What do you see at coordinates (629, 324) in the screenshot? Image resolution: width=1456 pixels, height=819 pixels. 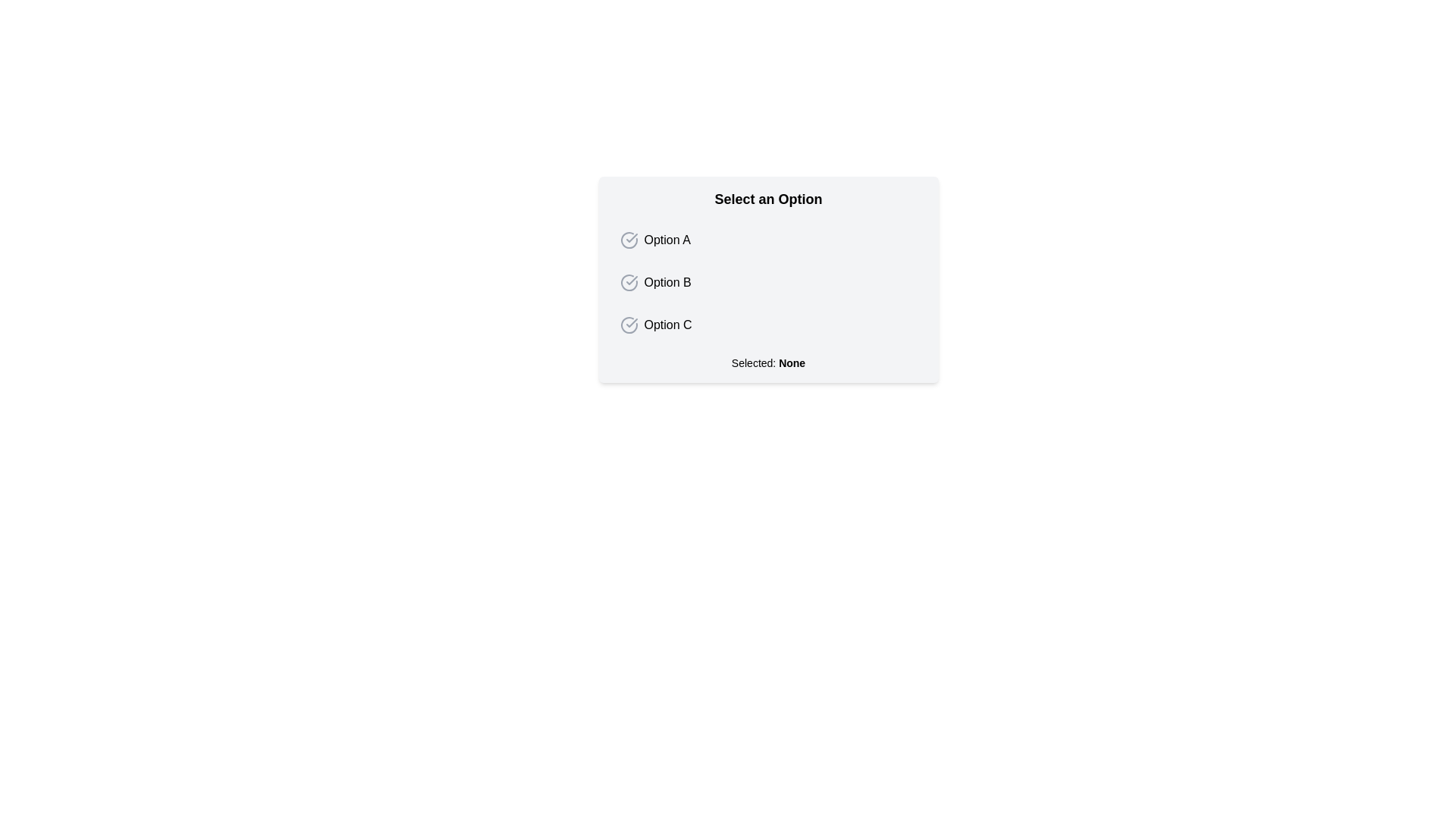 I see `the radio button indicator for 'Option C', which is the circular icon located to the left of the text label 'Option C'` at bounding box center [629, 324].